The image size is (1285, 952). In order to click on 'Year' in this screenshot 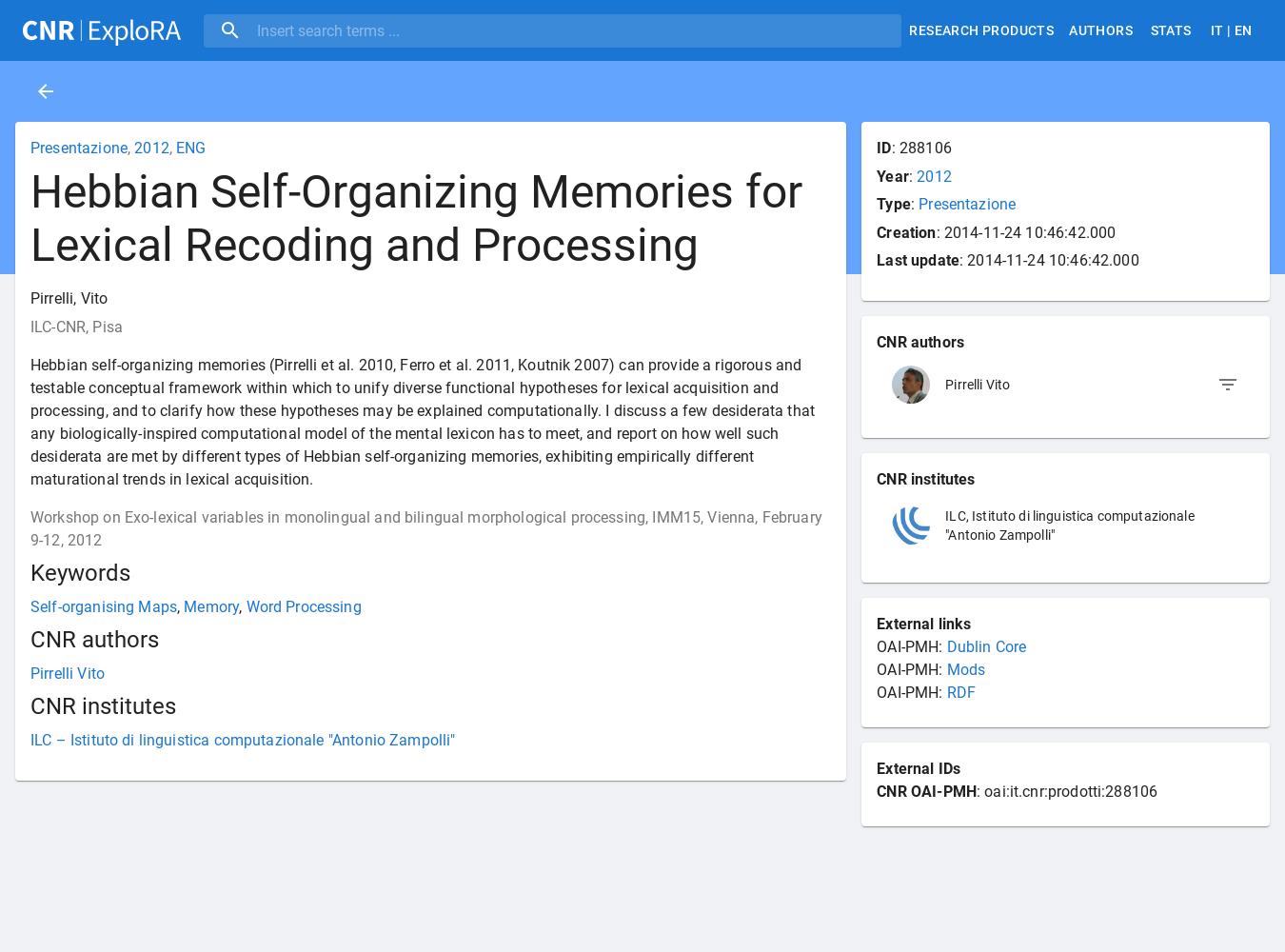, I will do `click(891, 175)`.